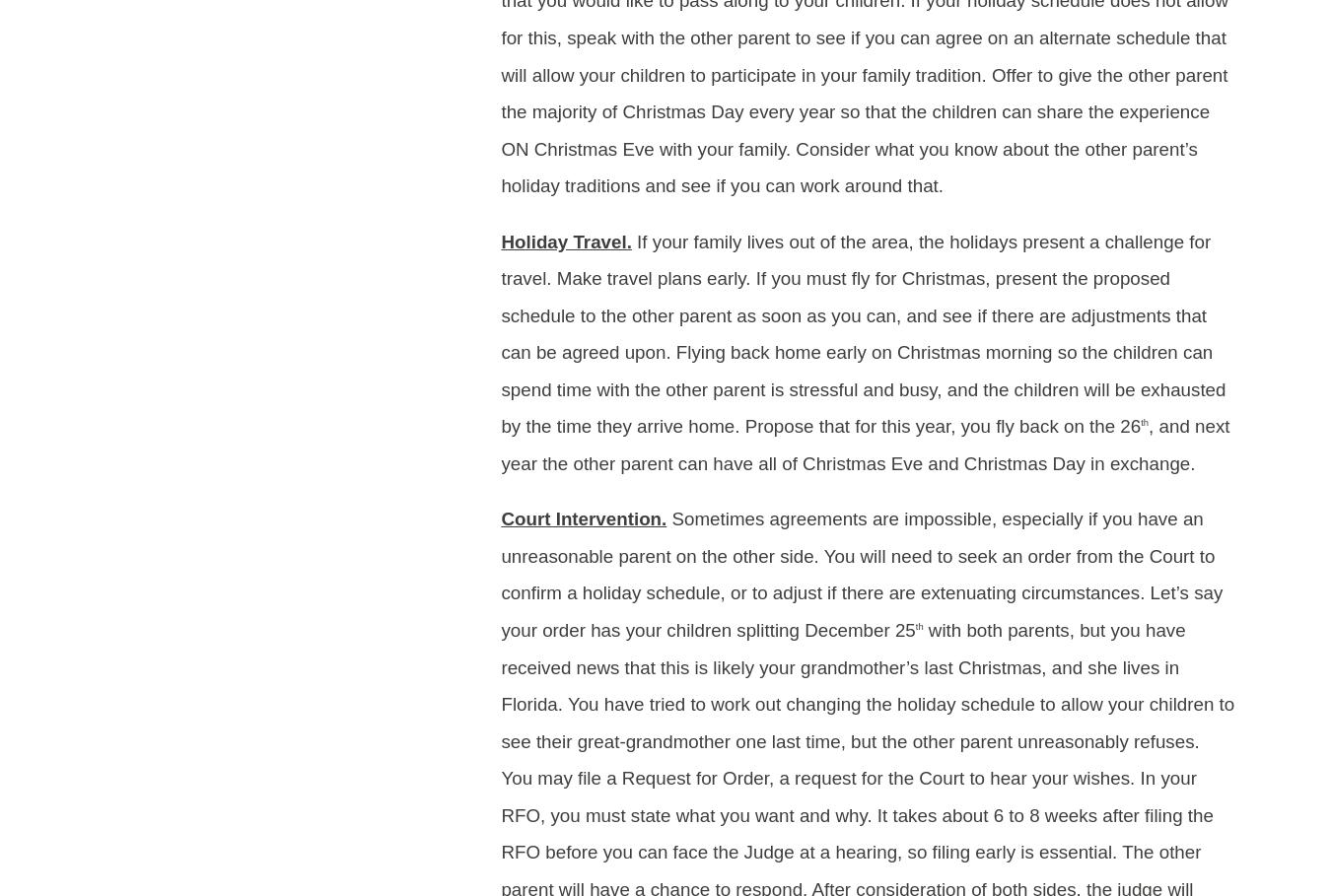 The width and height of the screenshot is (1331, 896). What do you see at coordinates (355, 67) in the screenshot?
I see `'Our Team'` at bounding box center [355, 67].